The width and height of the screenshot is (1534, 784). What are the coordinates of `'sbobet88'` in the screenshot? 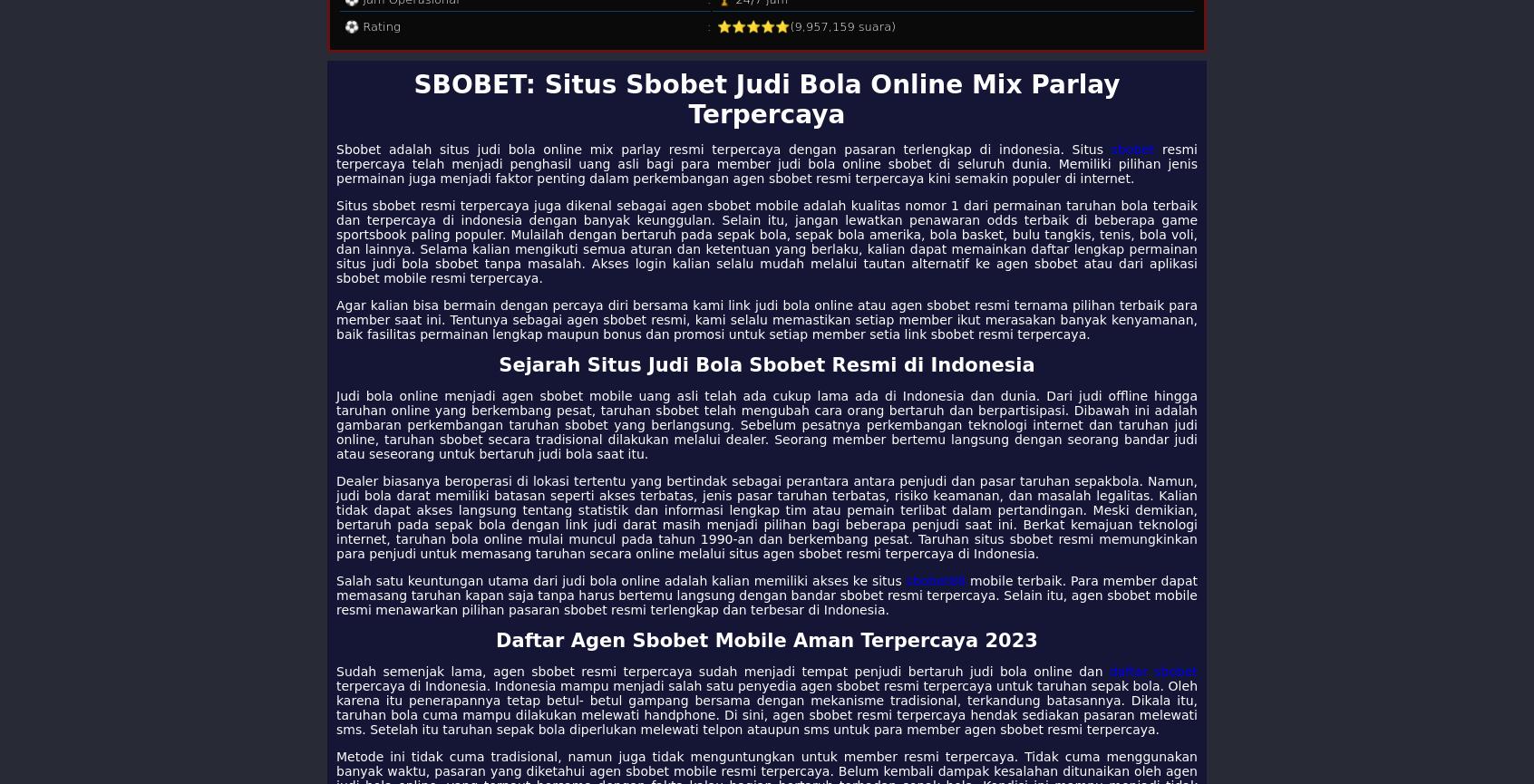 It's located at (934, 580).